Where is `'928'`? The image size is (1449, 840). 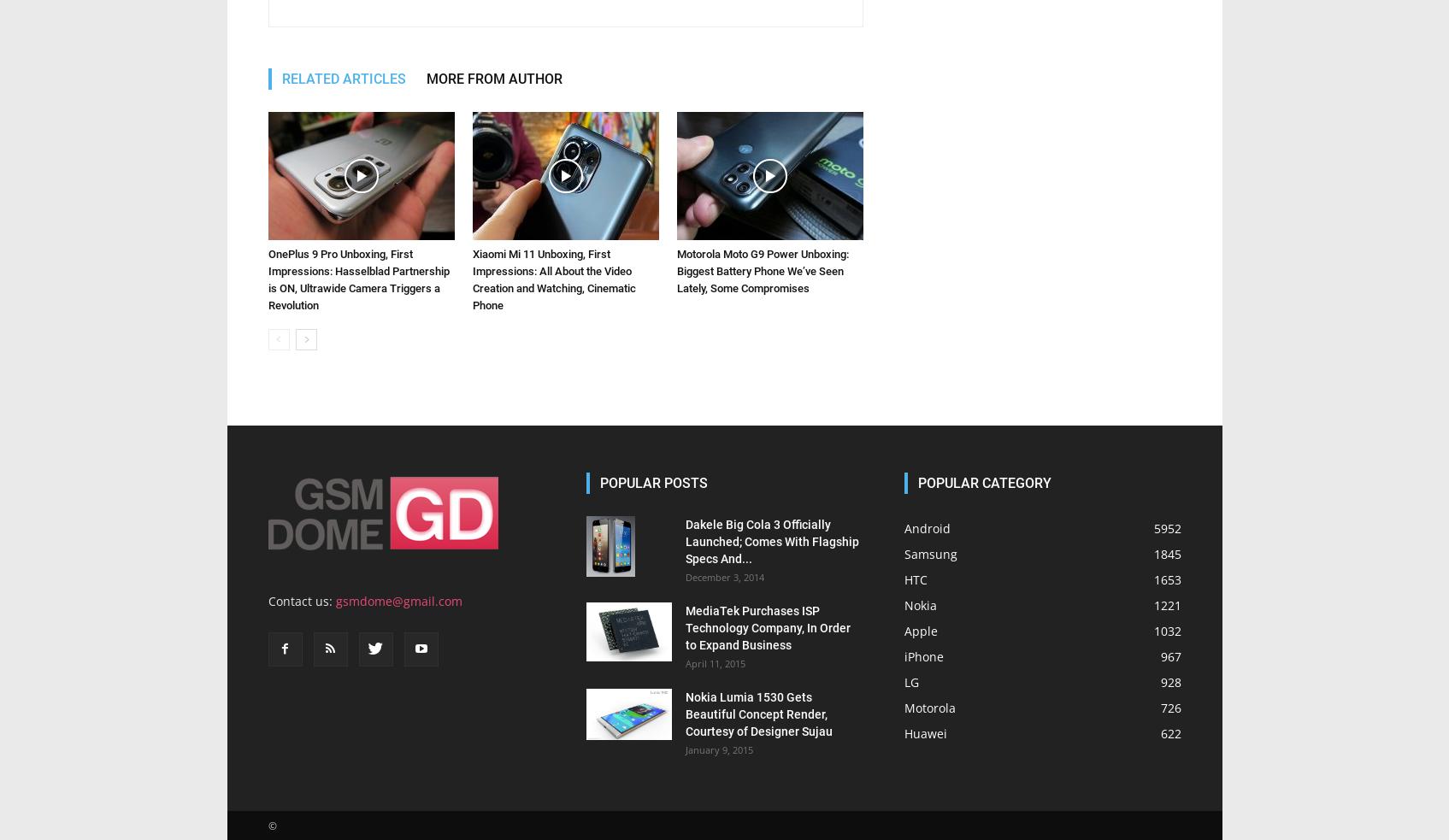 '928' is located at coordinates (1170, 447).